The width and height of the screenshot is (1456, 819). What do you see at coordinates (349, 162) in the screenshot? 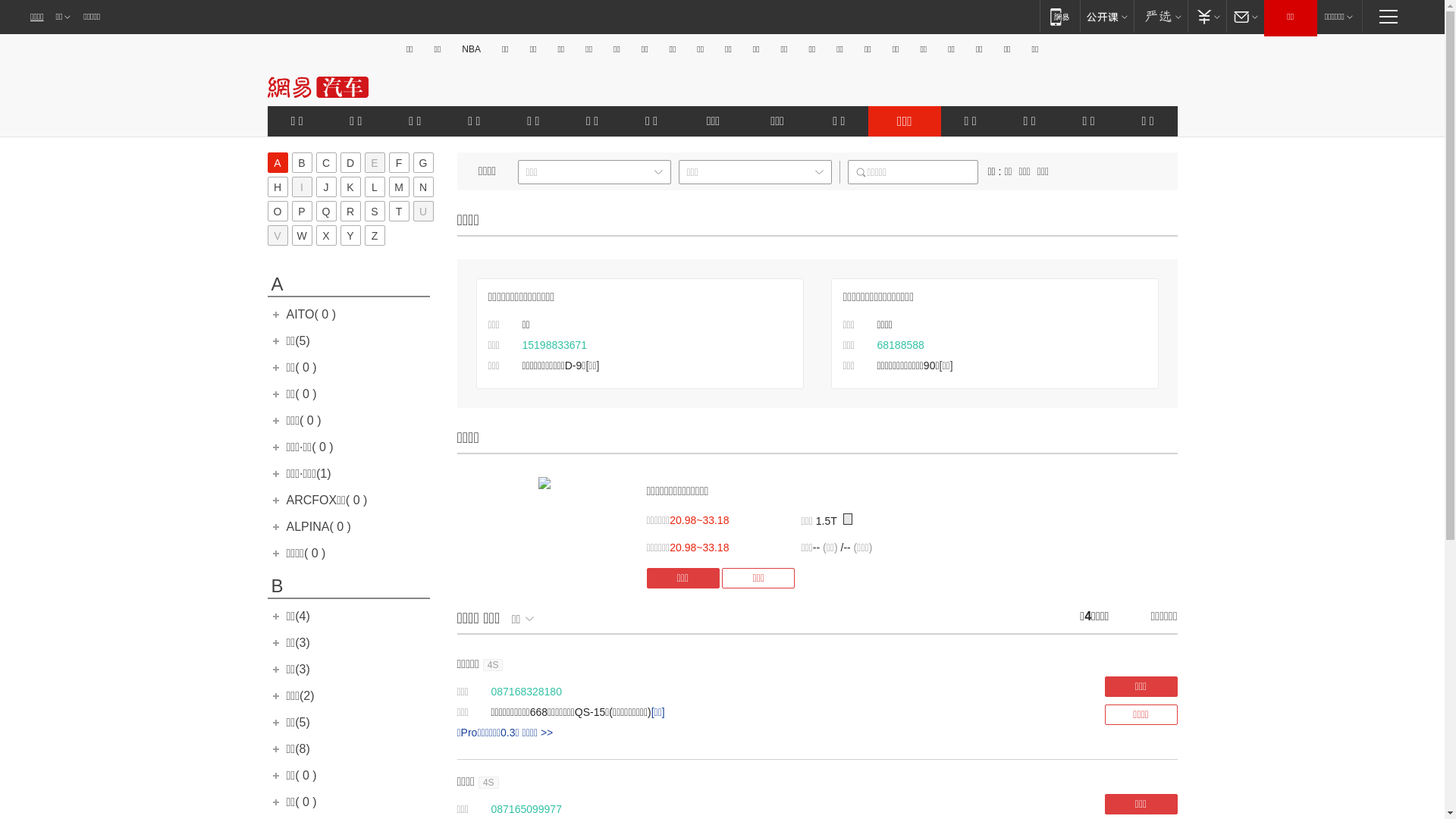
I see `'D'` at bounding box center [349, 162].